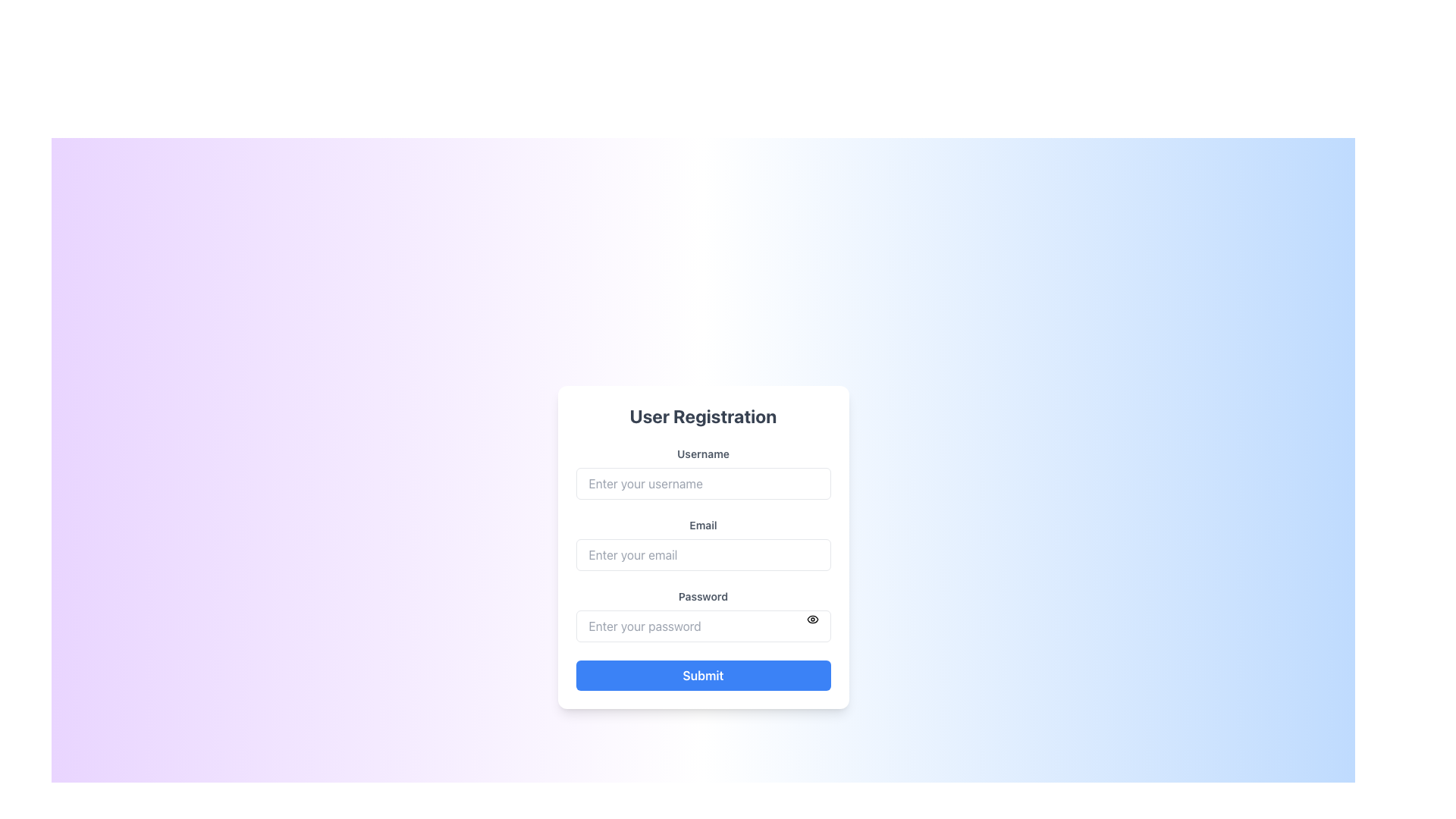 This screenshot has width=1456, height=819. What do you see at coordinates (702, 616) in the screenshot?
I see `the password input field labeled 'Password' to focus it, which is located in the center of the 'User Registration' modal below the 'Email' input field` at bounding box center [702, 616].